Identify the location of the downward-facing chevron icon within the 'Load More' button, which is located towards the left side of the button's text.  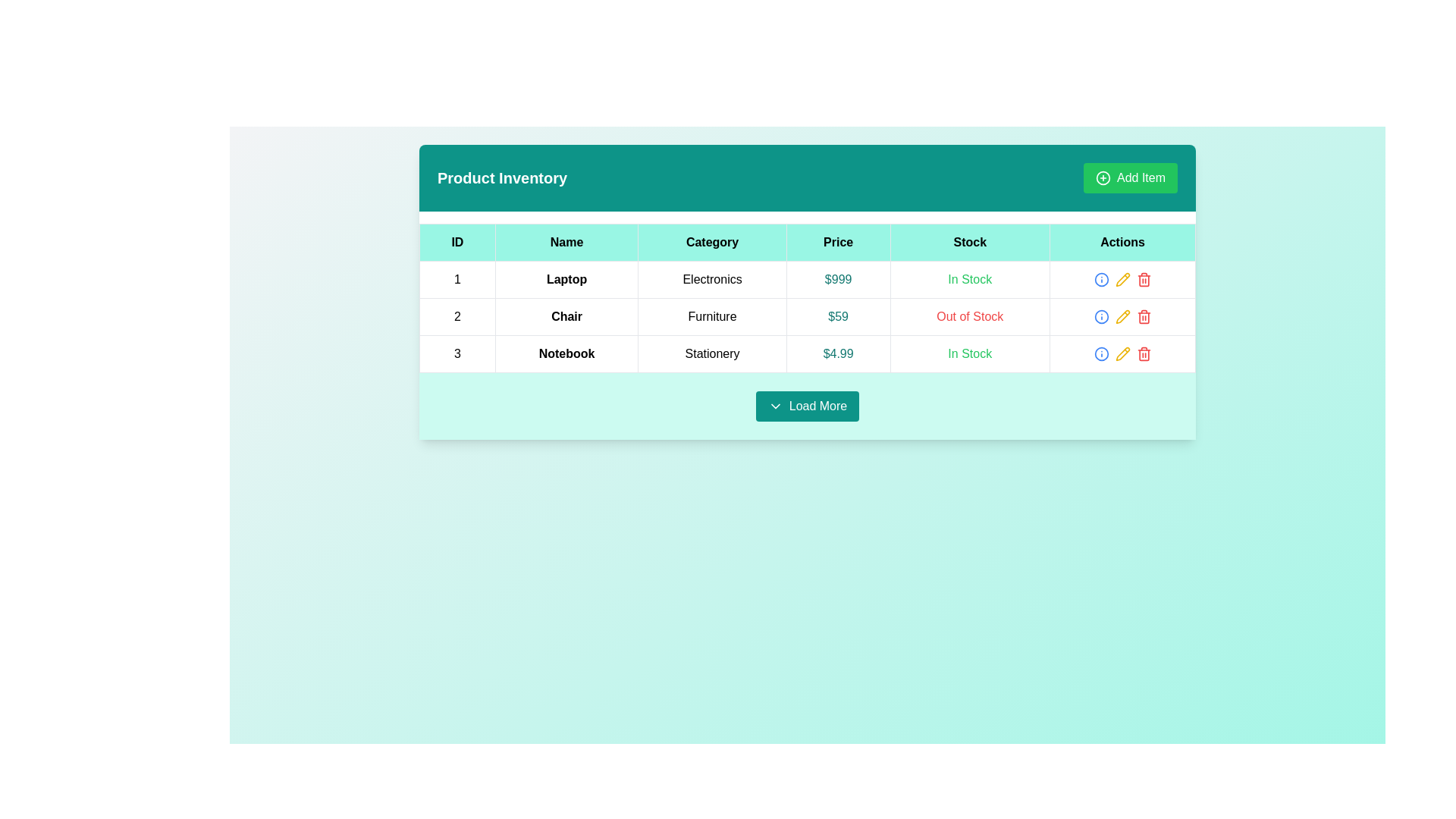
(775, 406).